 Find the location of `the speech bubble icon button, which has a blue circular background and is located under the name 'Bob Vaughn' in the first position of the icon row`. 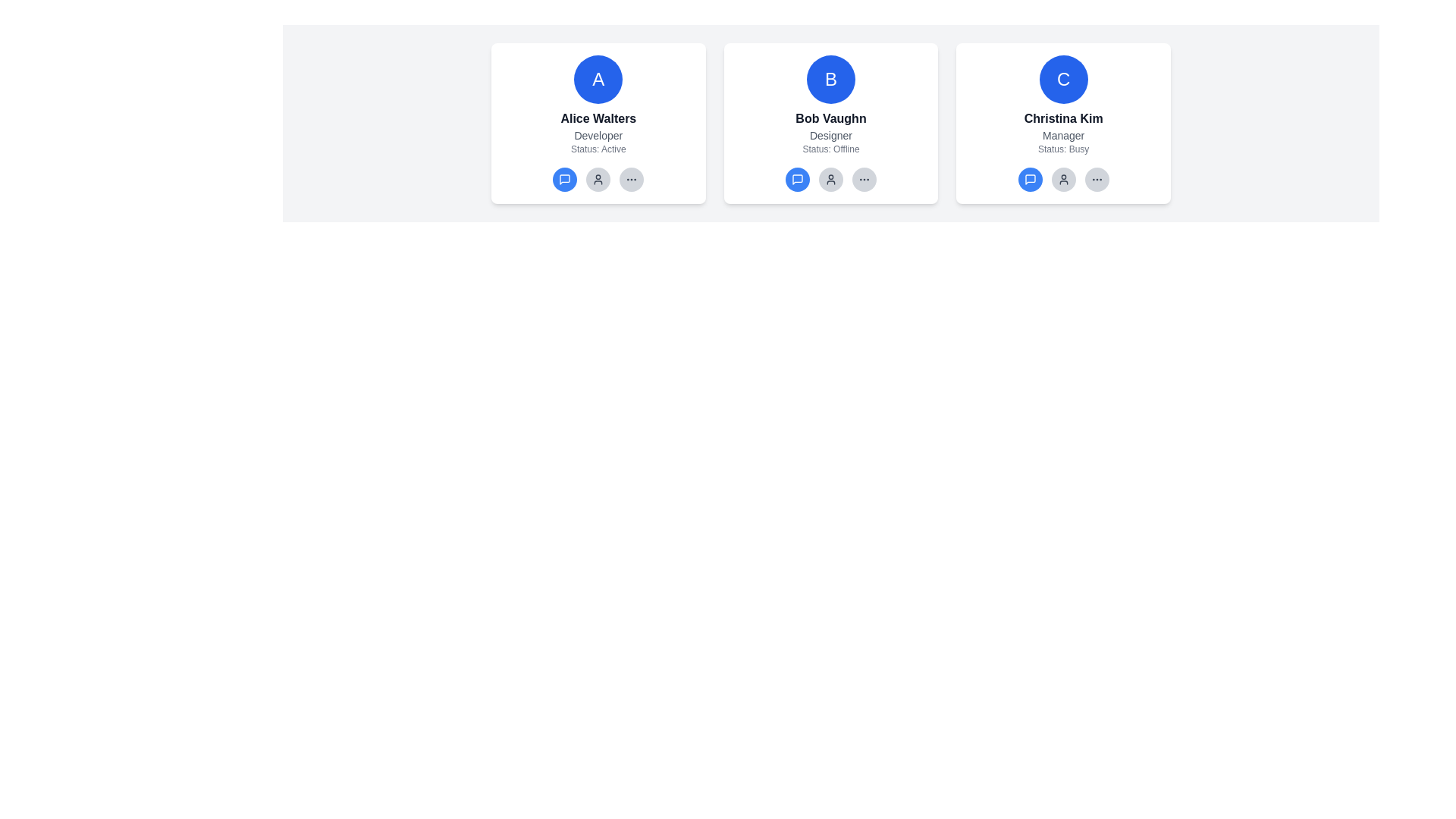

the speech bubble icon button, which has a blue circular background and is located under the name 'Bob Vaughn' in the first position of the icon row is located at coordinates (796, 178).